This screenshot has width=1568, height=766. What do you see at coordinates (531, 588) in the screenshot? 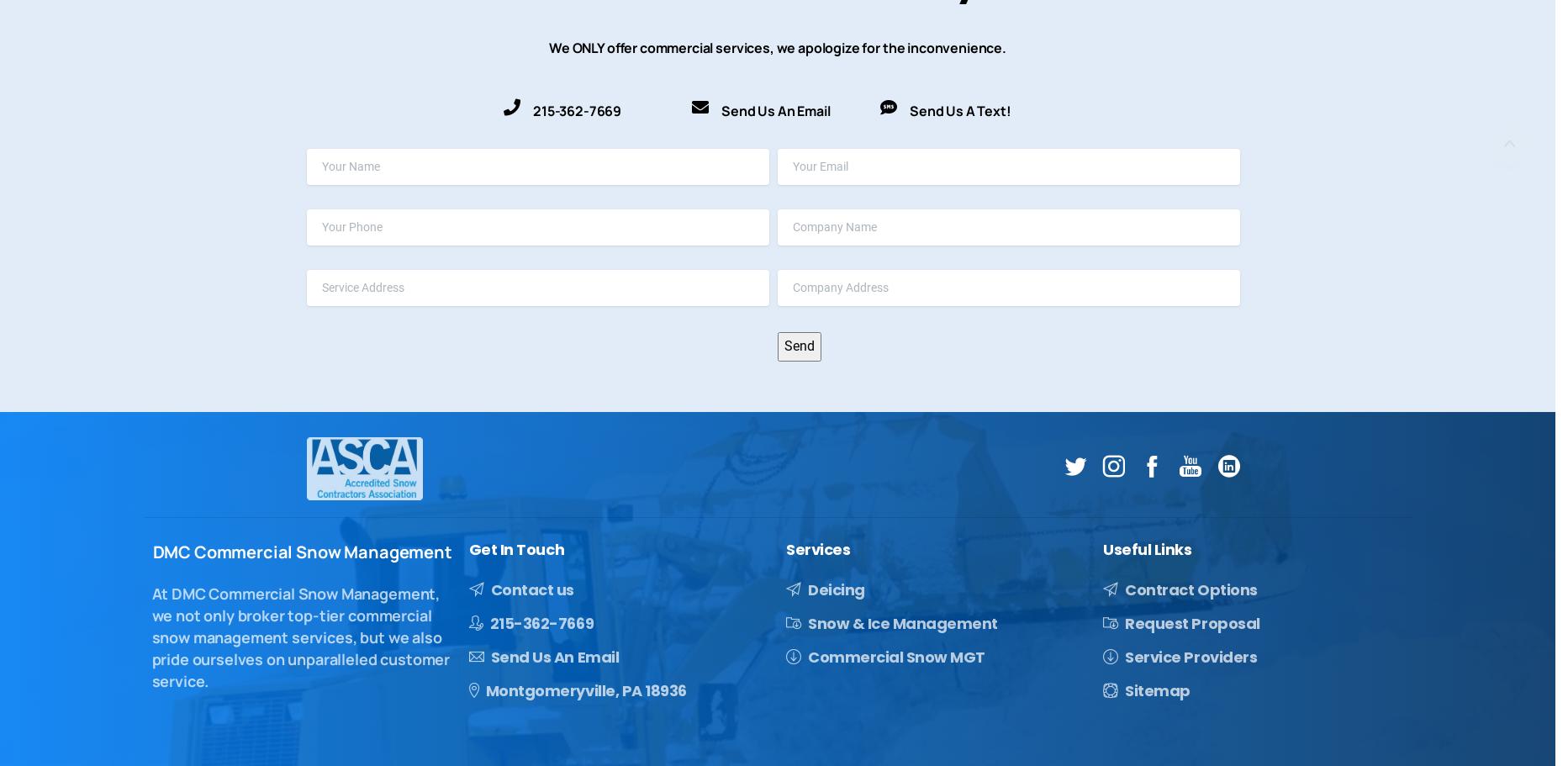
I see `'Contact us'` at bounding box center [531, 588].